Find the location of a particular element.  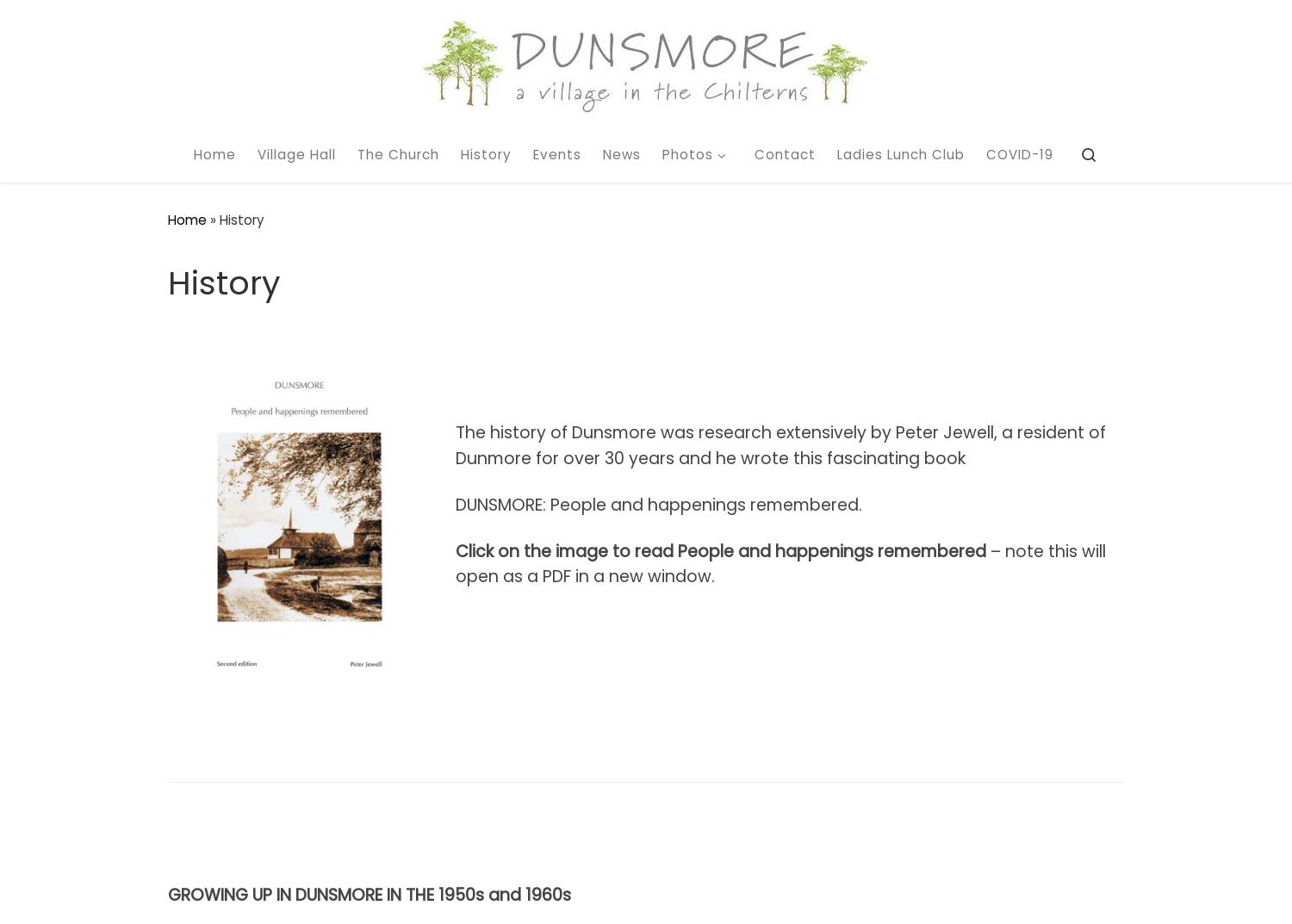

'Ladies Lunch Club' is located at coordinates (900, 153).